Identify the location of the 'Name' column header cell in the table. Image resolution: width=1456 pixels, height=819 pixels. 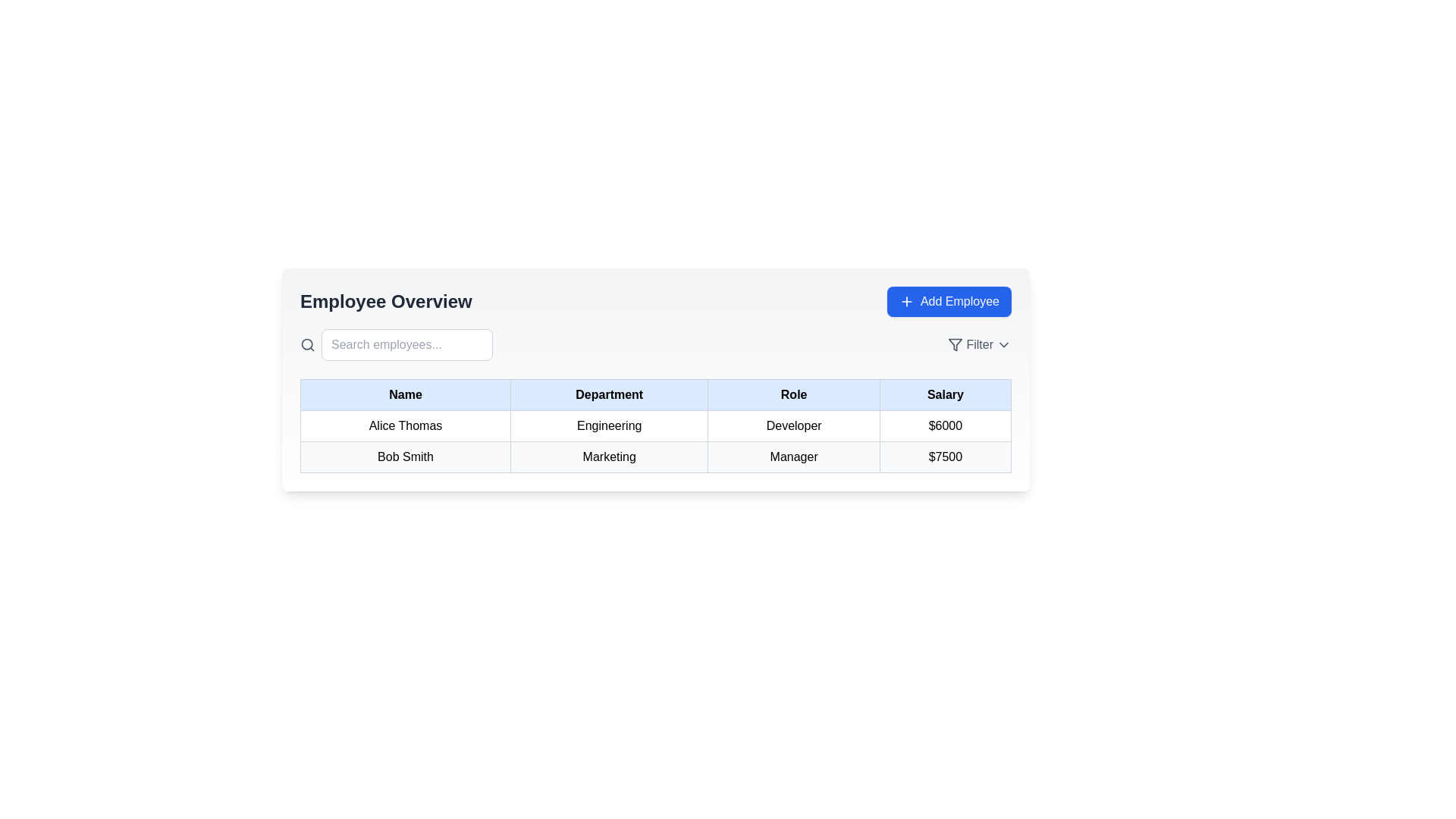
(405, 394).